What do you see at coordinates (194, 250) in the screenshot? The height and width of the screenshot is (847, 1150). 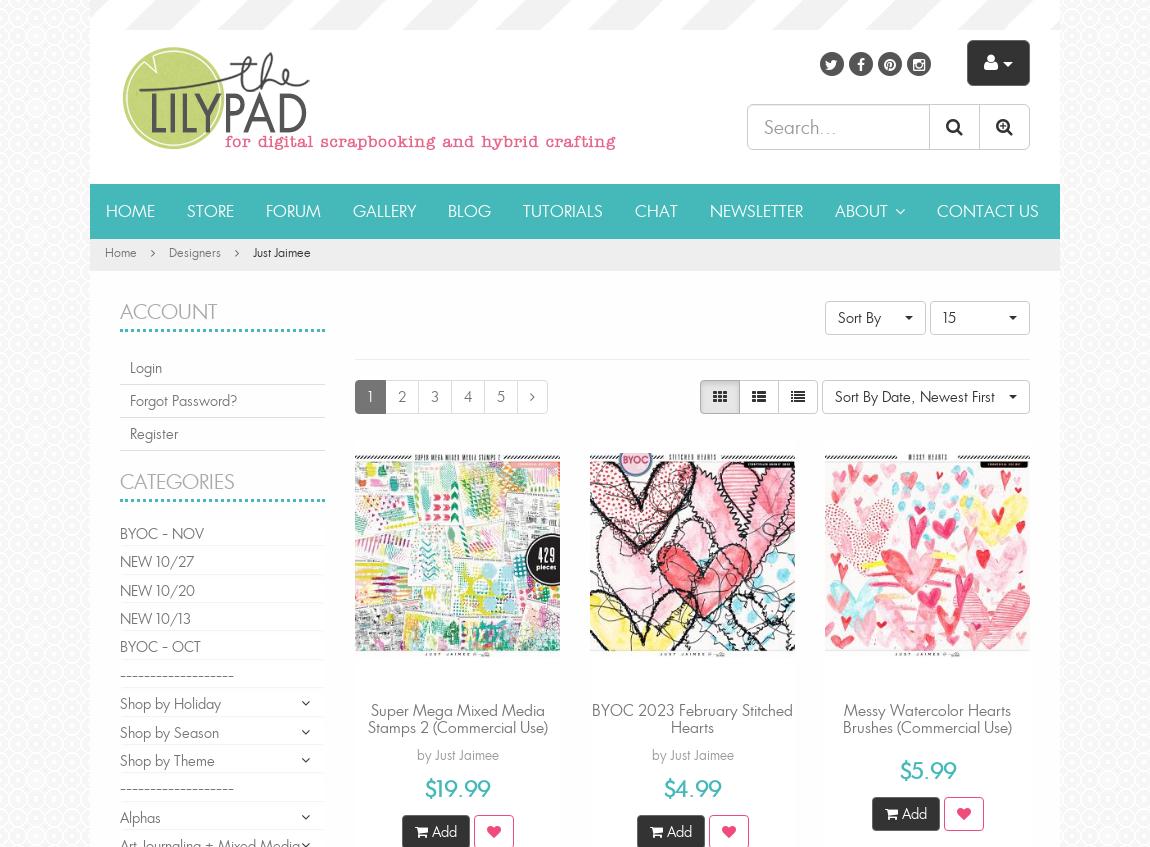 I see `'Designers'` at bounding box center [194, 250].